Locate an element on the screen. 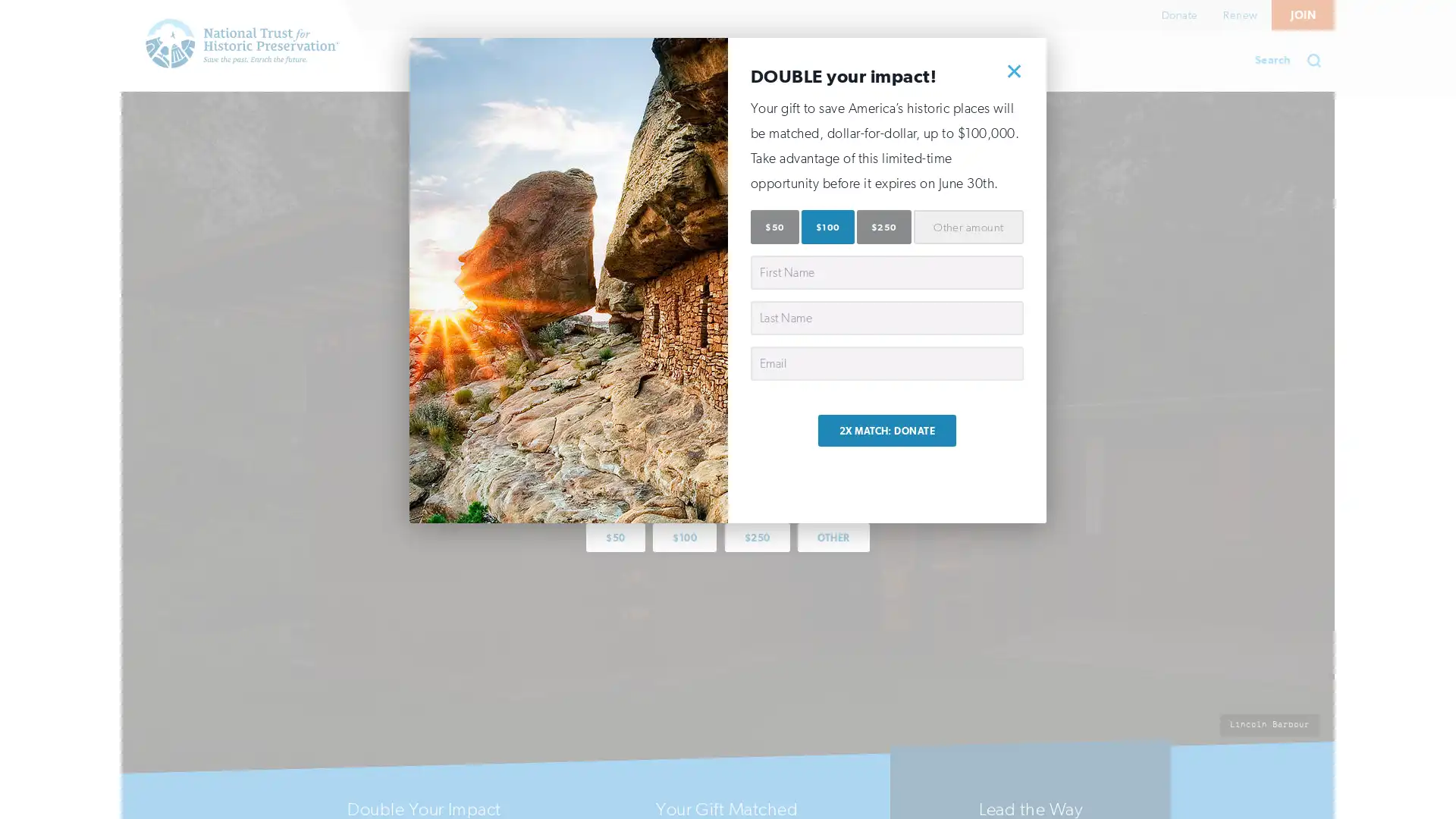  Open Explore Places section of the nav is located at coordinates (603, 60).